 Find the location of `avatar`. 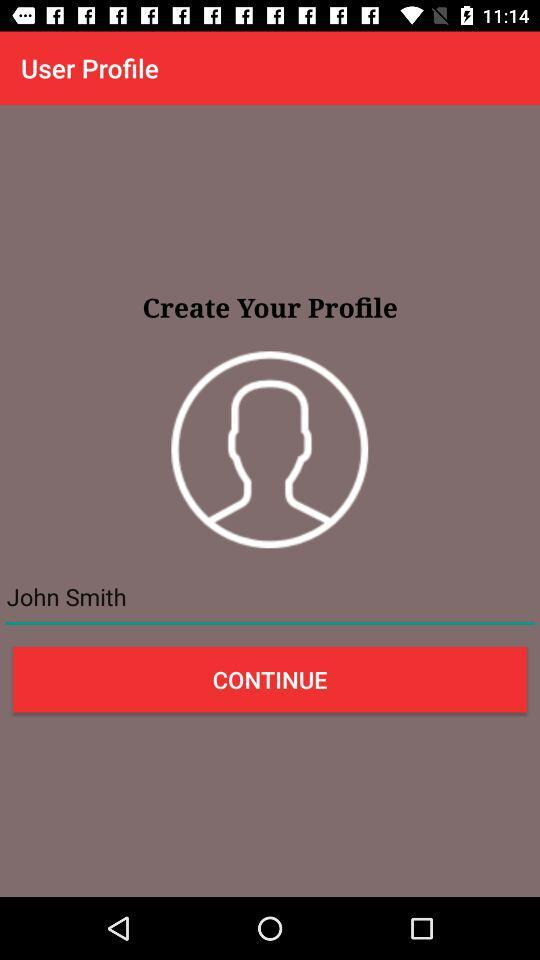

avatar is located at coordinates (269, 449).